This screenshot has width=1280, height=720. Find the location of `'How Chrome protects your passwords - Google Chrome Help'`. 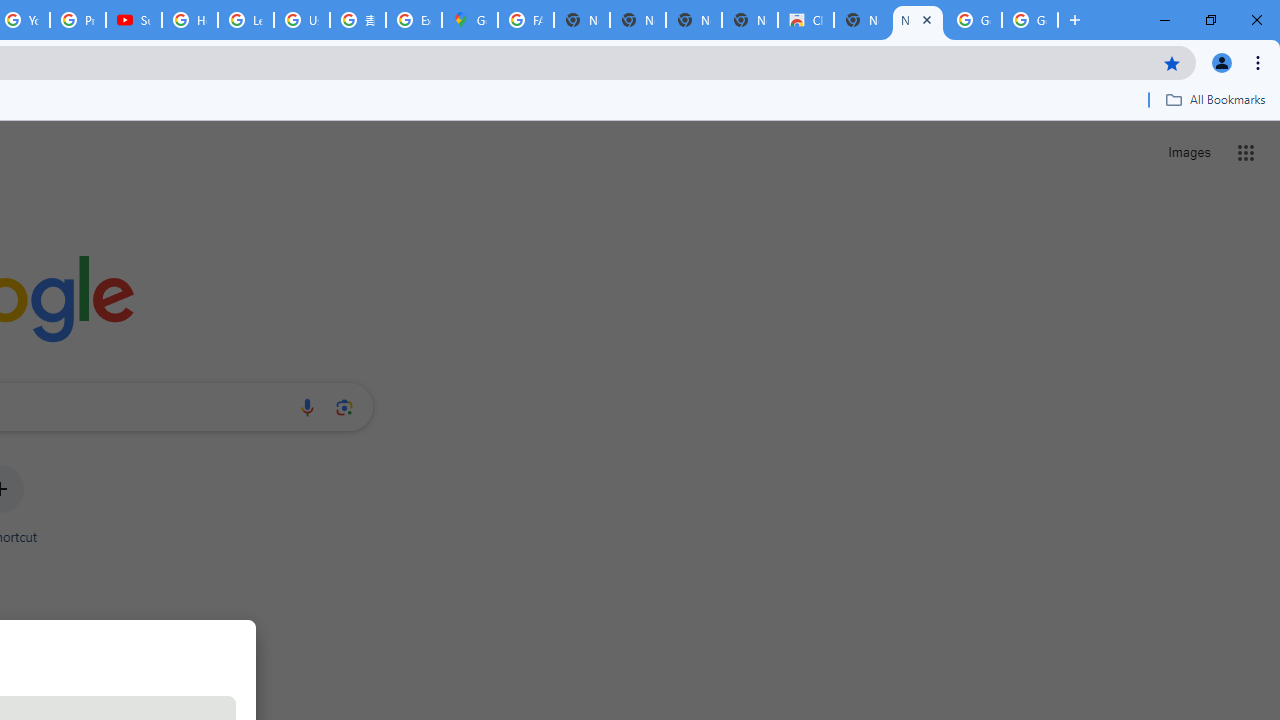

'How Chrome protects your passwords - Google Chrome Help' is located at coordinates (190, 20).